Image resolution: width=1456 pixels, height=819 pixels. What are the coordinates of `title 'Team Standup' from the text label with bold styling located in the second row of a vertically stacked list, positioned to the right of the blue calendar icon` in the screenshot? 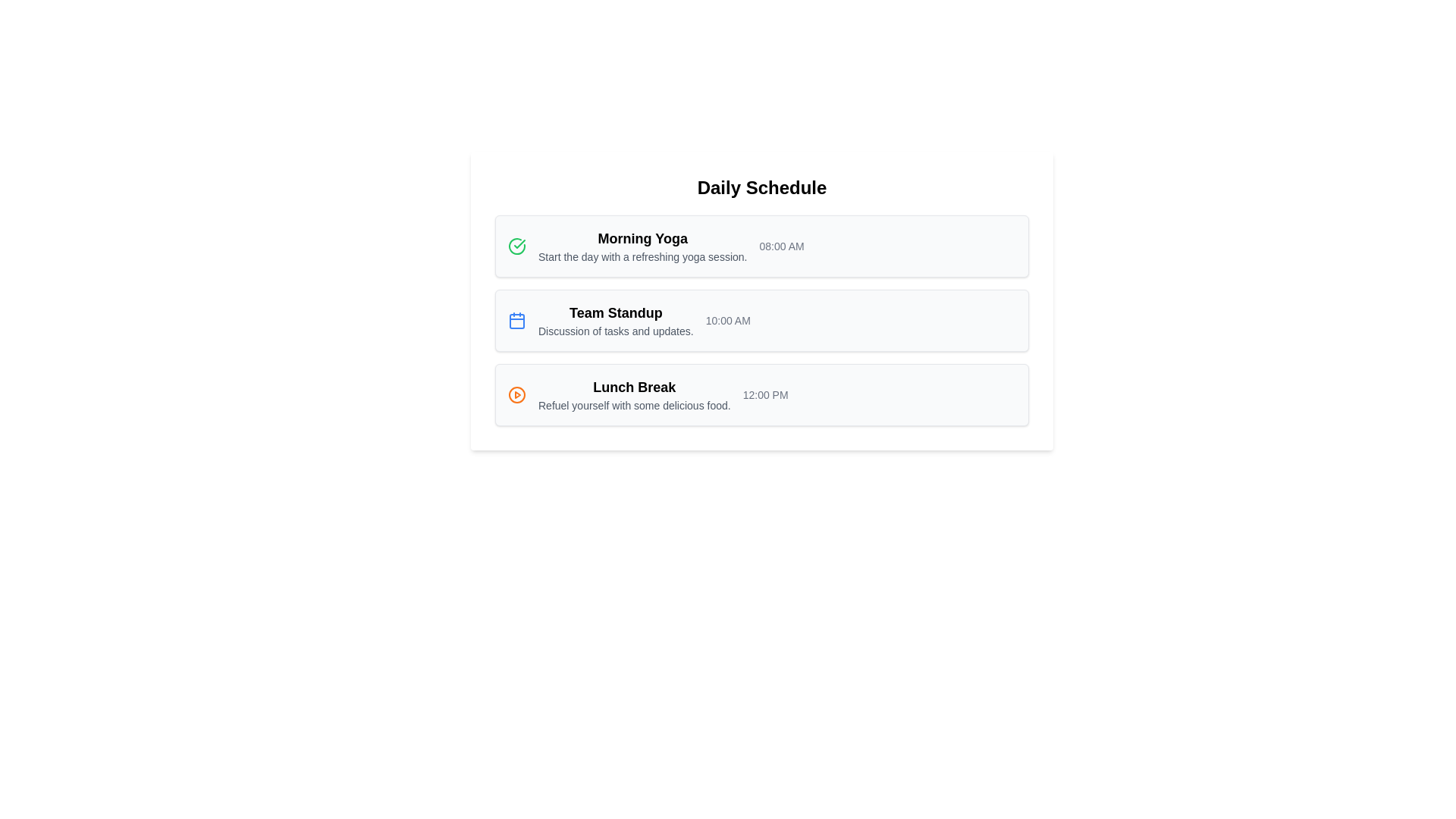 It's located at (616, 312).